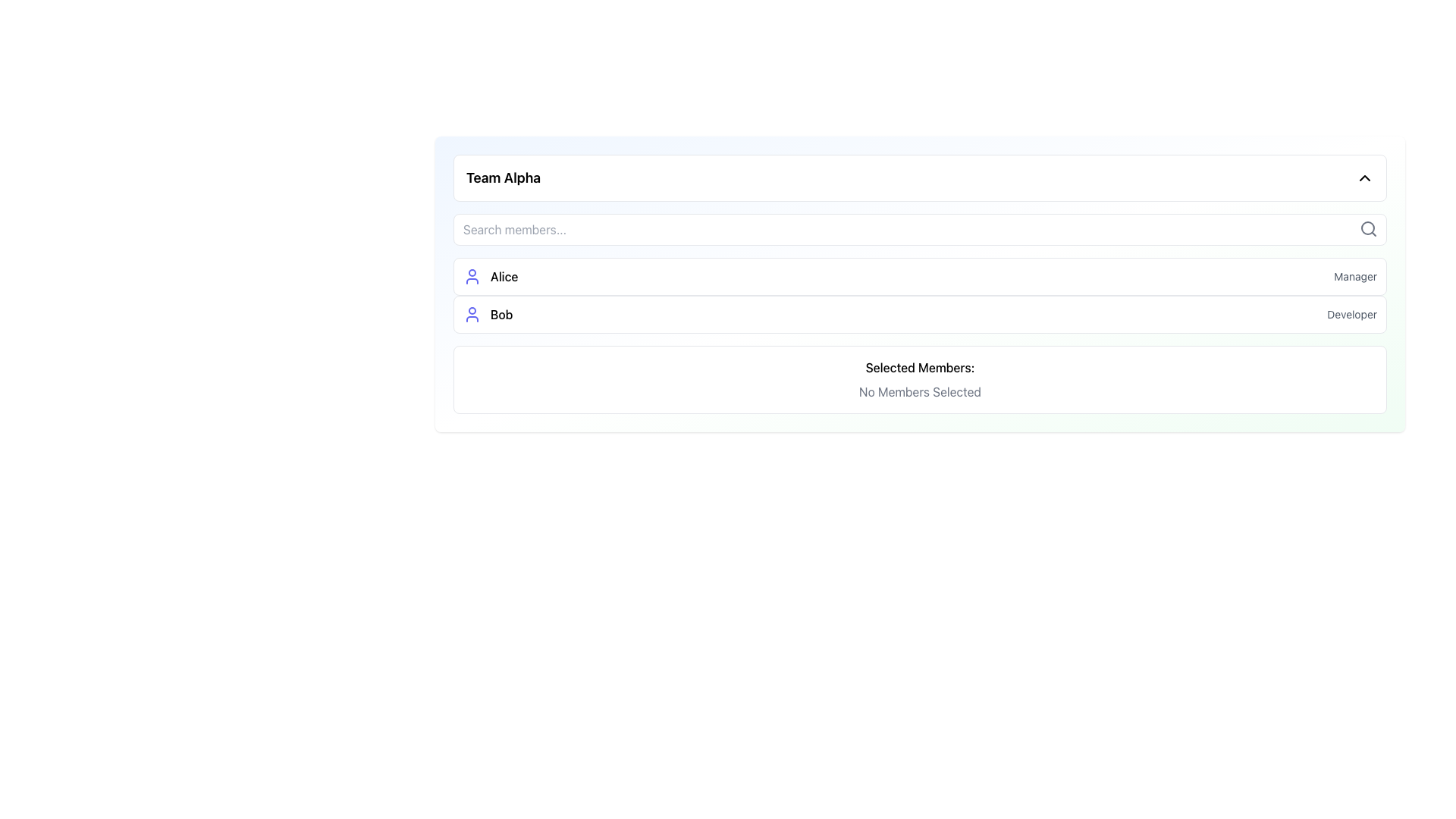 The width and height of the screenshot is (1456, 819). Describe the element at coordinates (504, 277) in the screenshot. I see `the static text label displaying the name 'Alice', which represents the first entry in the member list` at that location.